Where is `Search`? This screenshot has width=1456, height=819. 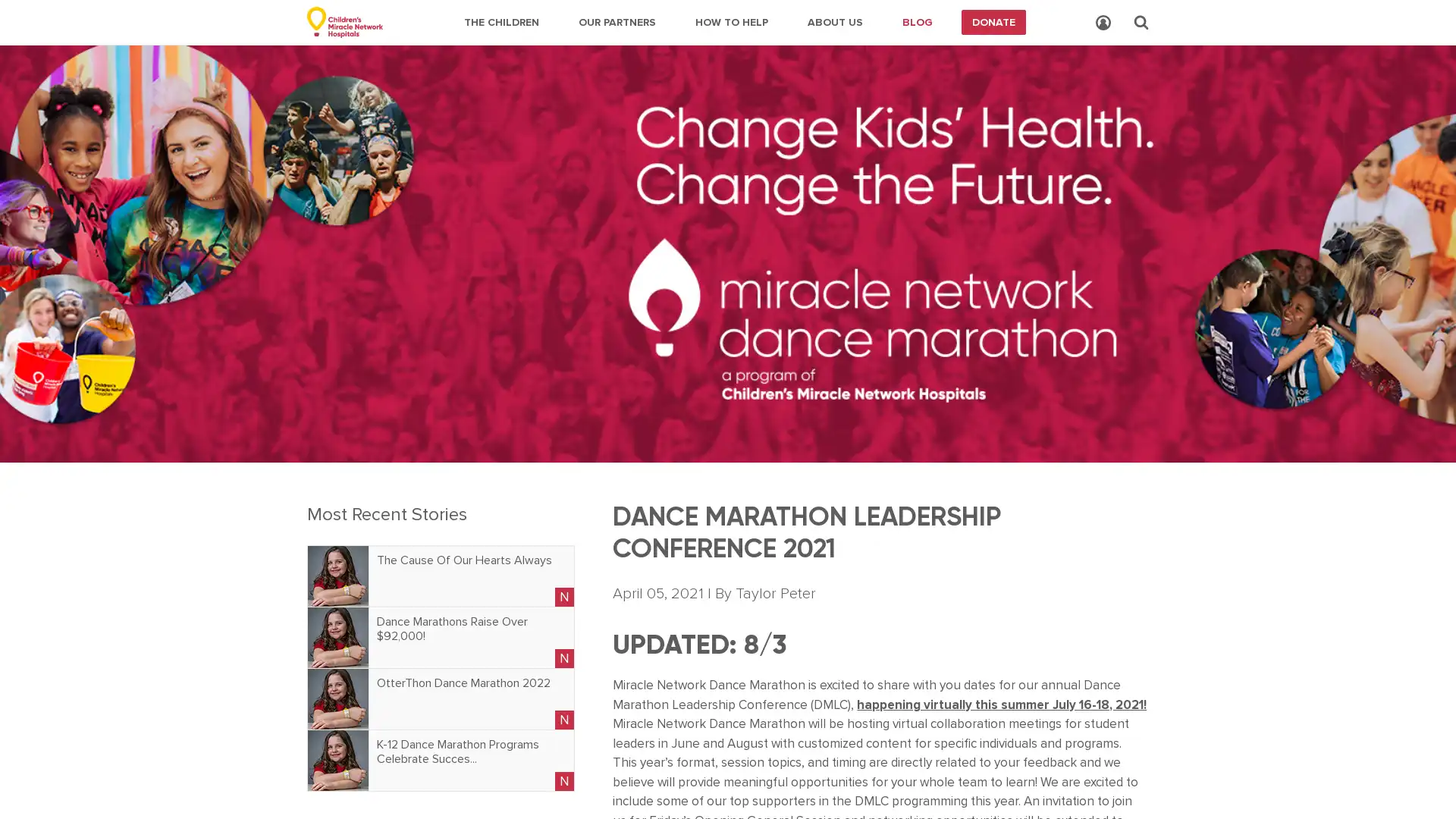
Search is located at coordinates (1141, 22).